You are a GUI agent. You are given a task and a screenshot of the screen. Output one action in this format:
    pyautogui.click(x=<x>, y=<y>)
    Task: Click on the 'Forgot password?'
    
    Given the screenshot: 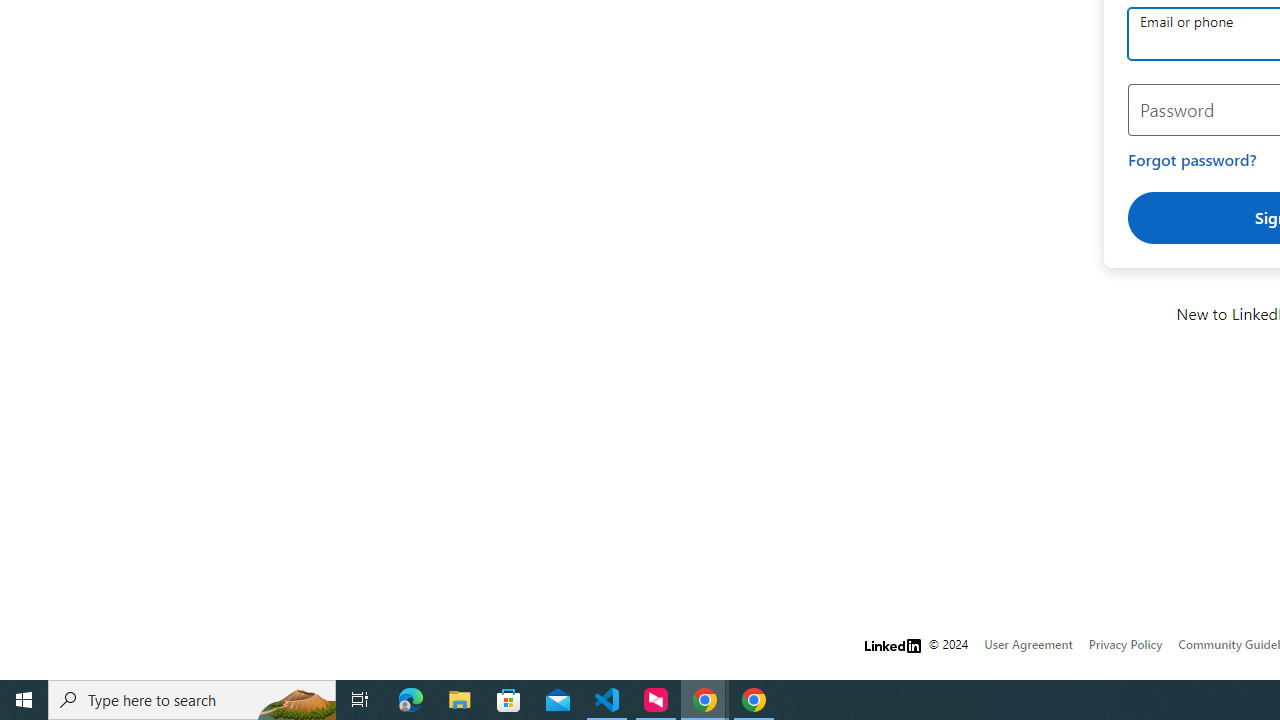 What is the action you would take?
    pyautogui.click(x=1192, y=159)
    